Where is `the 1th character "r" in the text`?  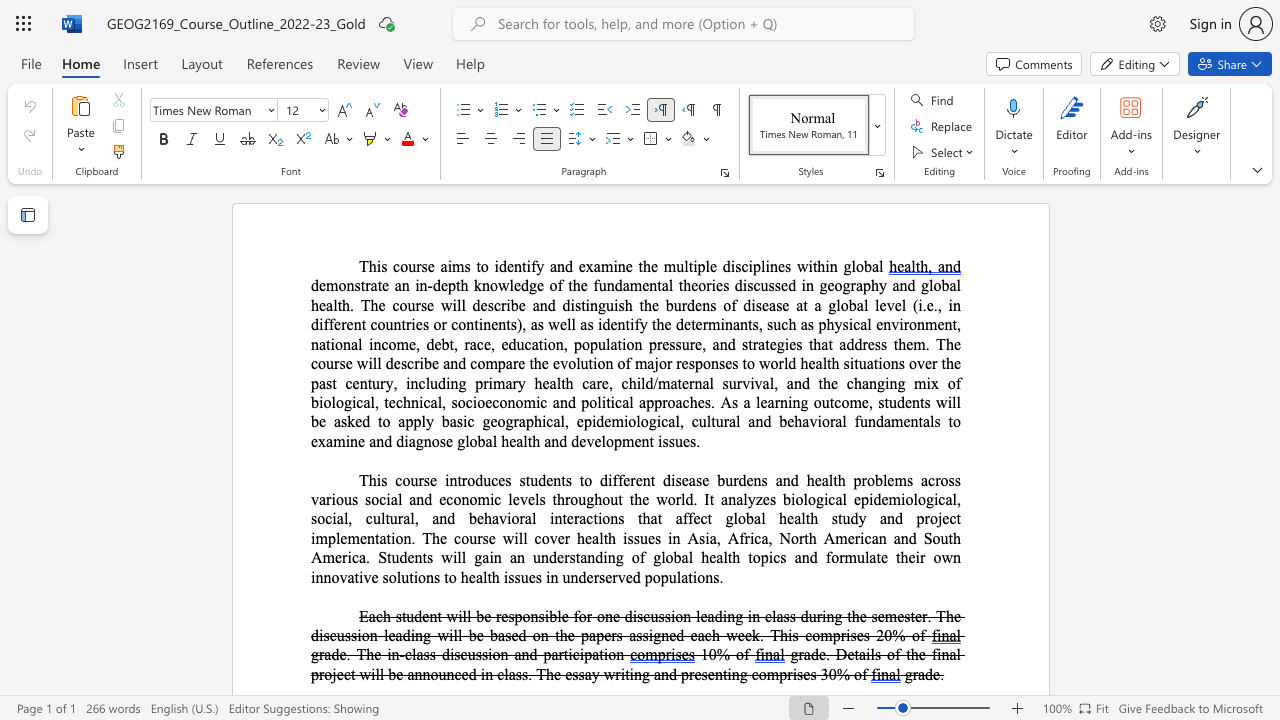
the 1th character "r" in the text is located at coordinates (776, 402).